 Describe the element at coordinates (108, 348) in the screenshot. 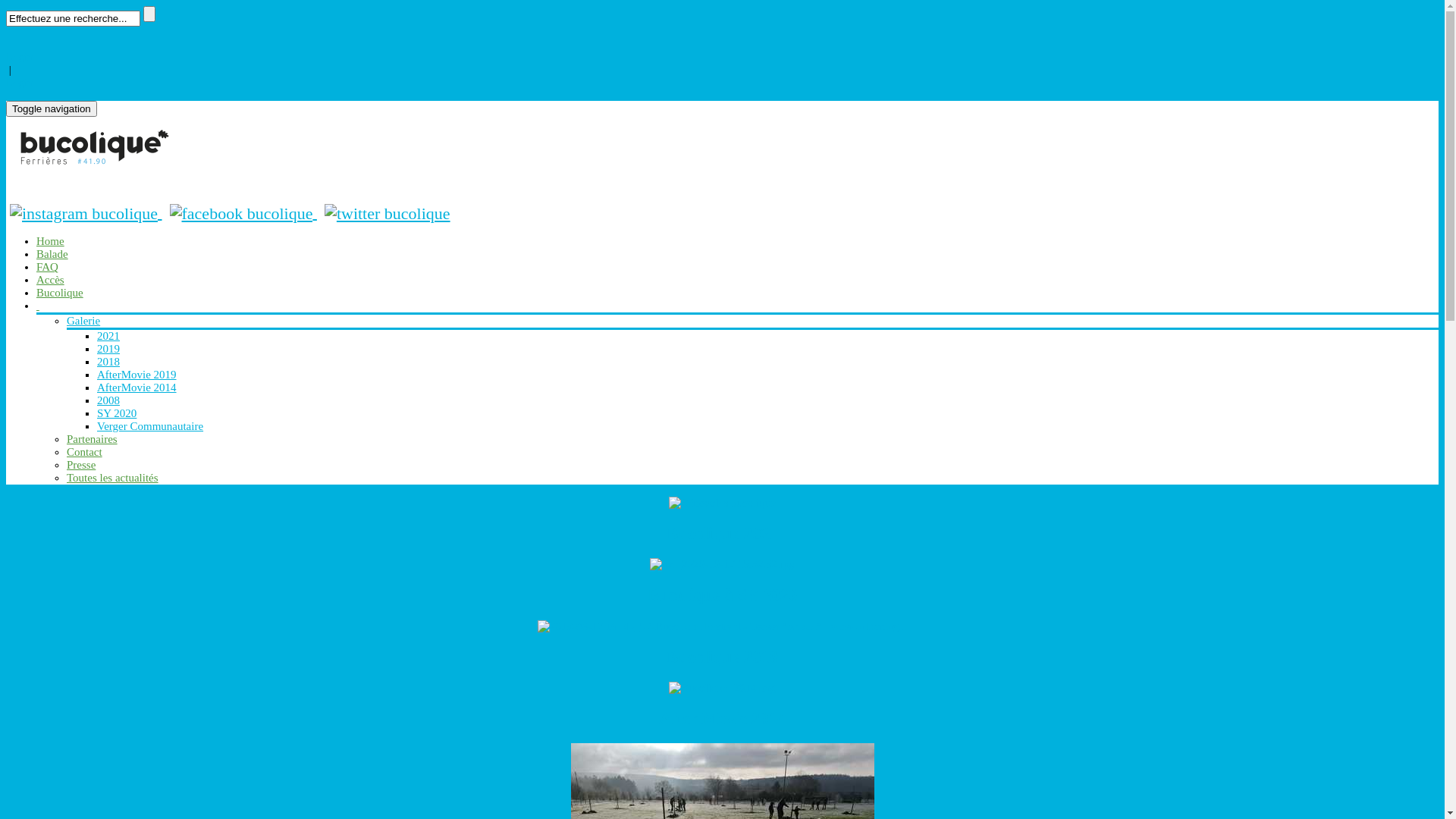

I see `'2019'` at that location.